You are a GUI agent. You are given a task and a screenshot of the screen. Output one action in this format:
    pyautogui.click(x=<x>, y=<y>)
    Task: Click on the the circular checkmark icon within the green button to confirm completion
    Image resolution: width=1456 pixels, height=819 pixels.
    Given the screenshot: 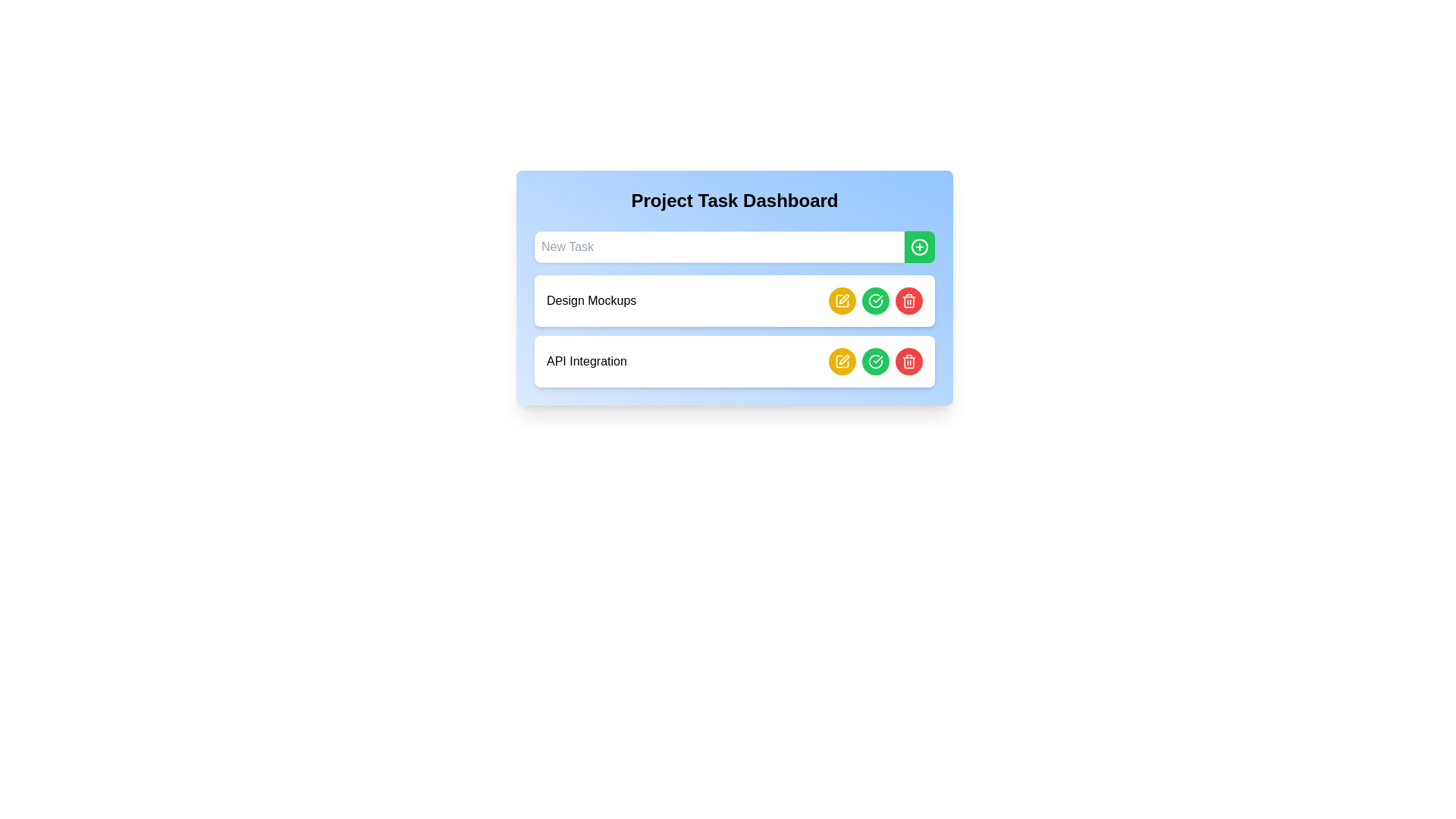 What is the action you would take?
    pyautogui.click(x=876, y=362)
    